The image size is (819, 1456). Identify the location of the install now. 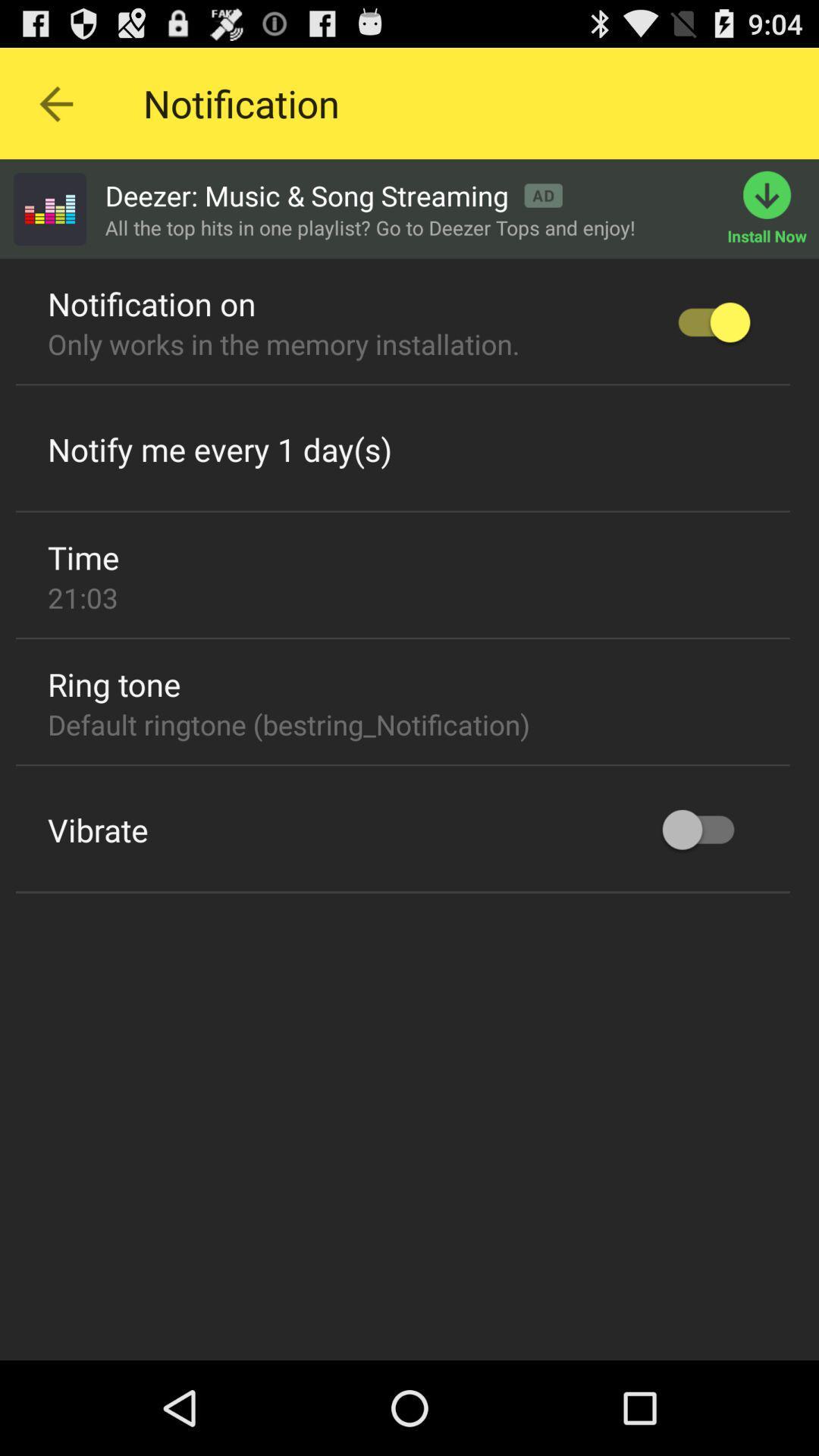
(773, 208).